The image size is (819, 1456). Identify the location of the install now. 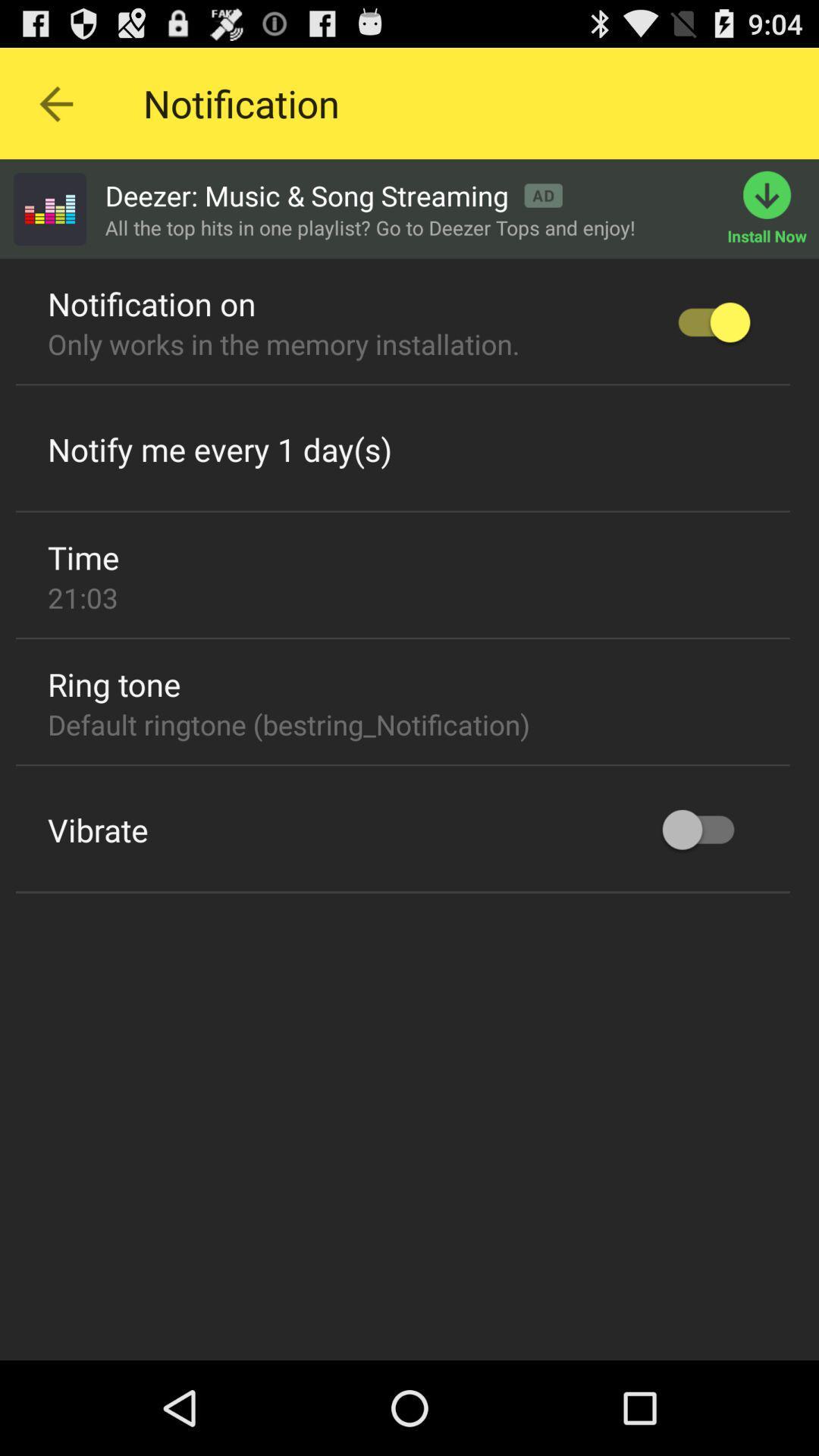
(773, 208).